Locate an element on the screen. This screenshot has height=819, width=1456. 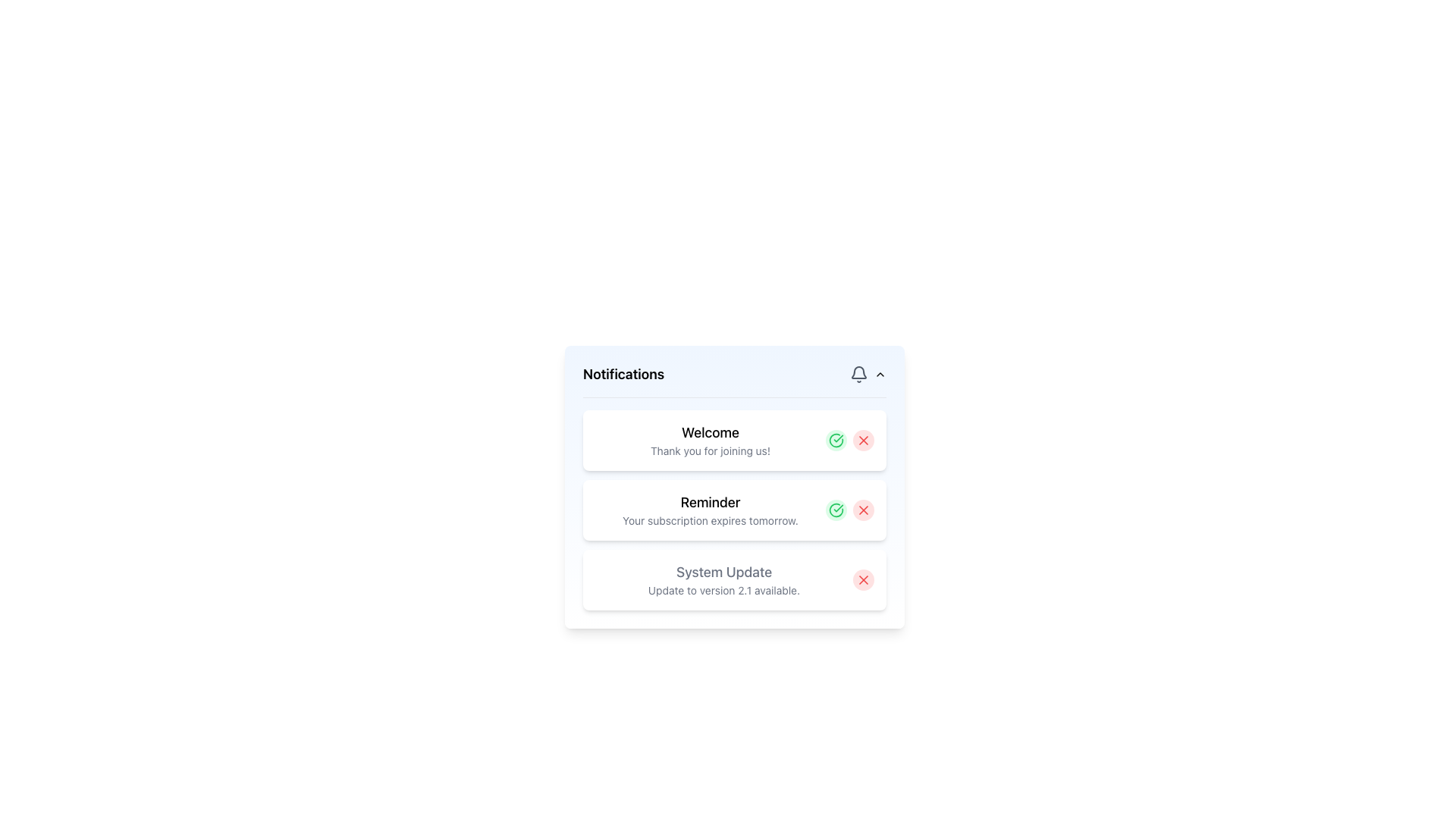
the Icon Button located immediately to the right of the green checkmark icon in the uppermost notification card titled 'Welcome' is located at coordinates (863, 441).